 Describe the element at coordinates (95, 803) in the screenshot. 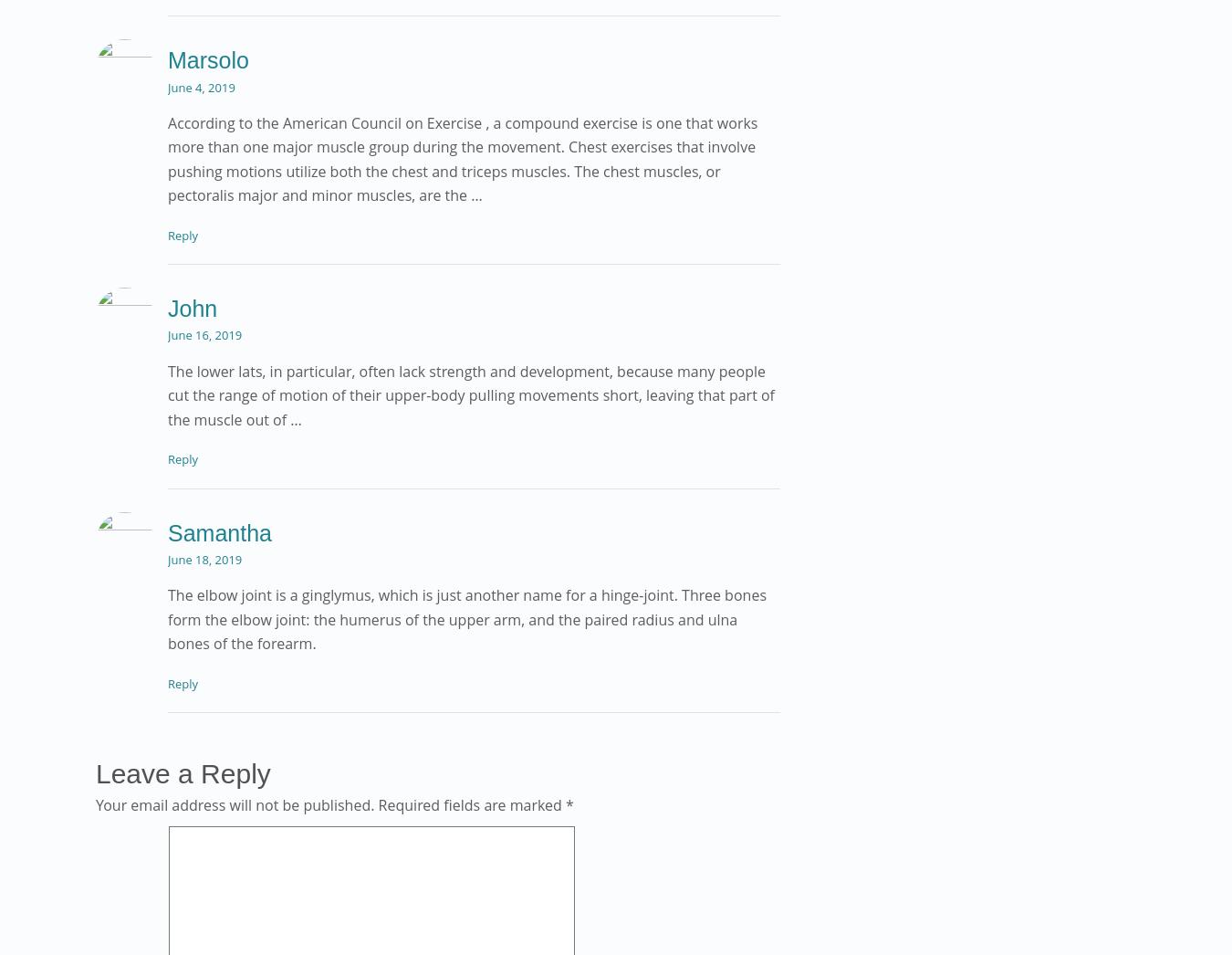

I see `'Your email address will not be published.'` at that location.